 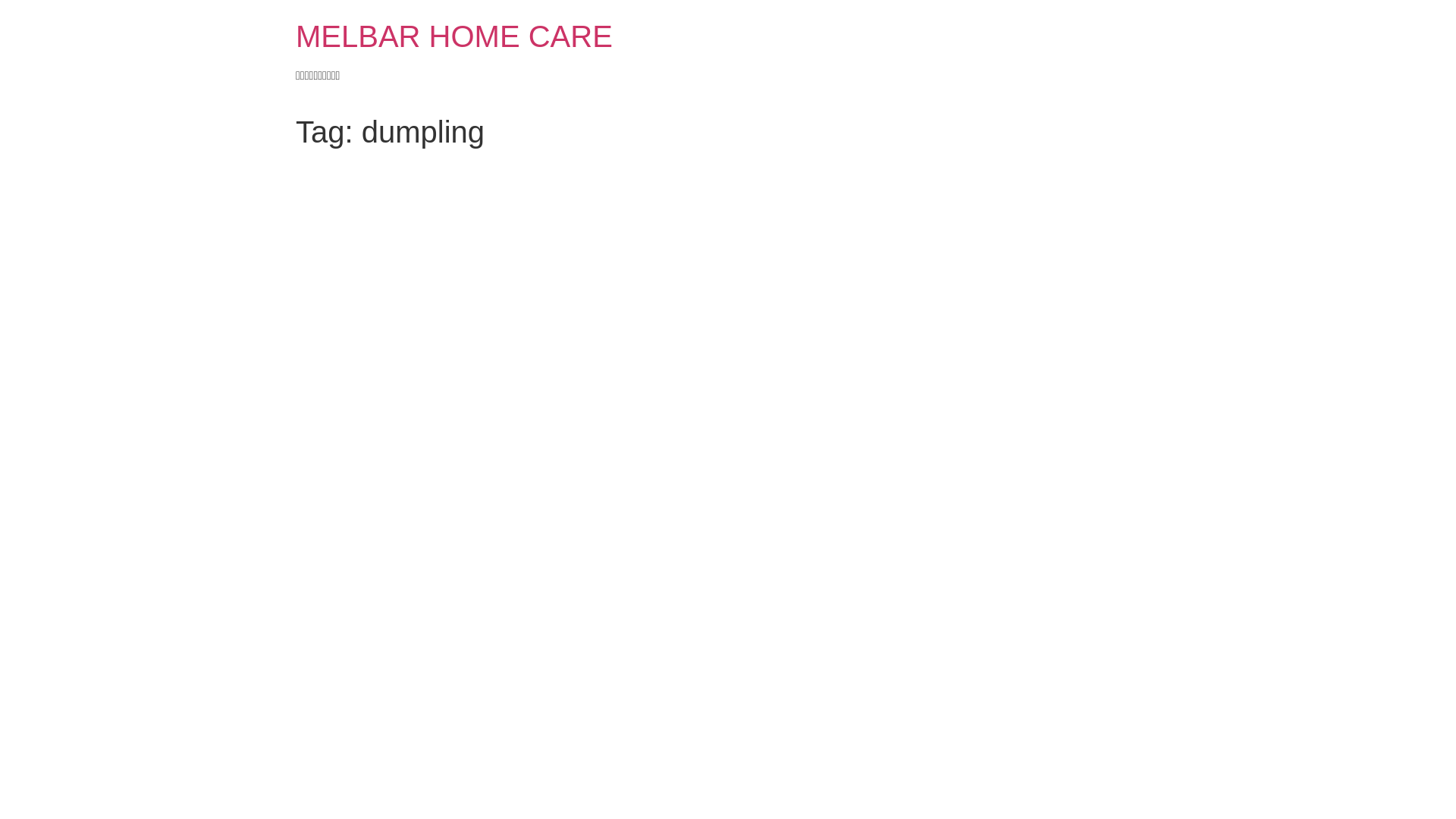 What do you see at coordinates (453, 35) in the screenshot?
I see `'MELBAR HOME CARE'` at bounding box center [453, 35].